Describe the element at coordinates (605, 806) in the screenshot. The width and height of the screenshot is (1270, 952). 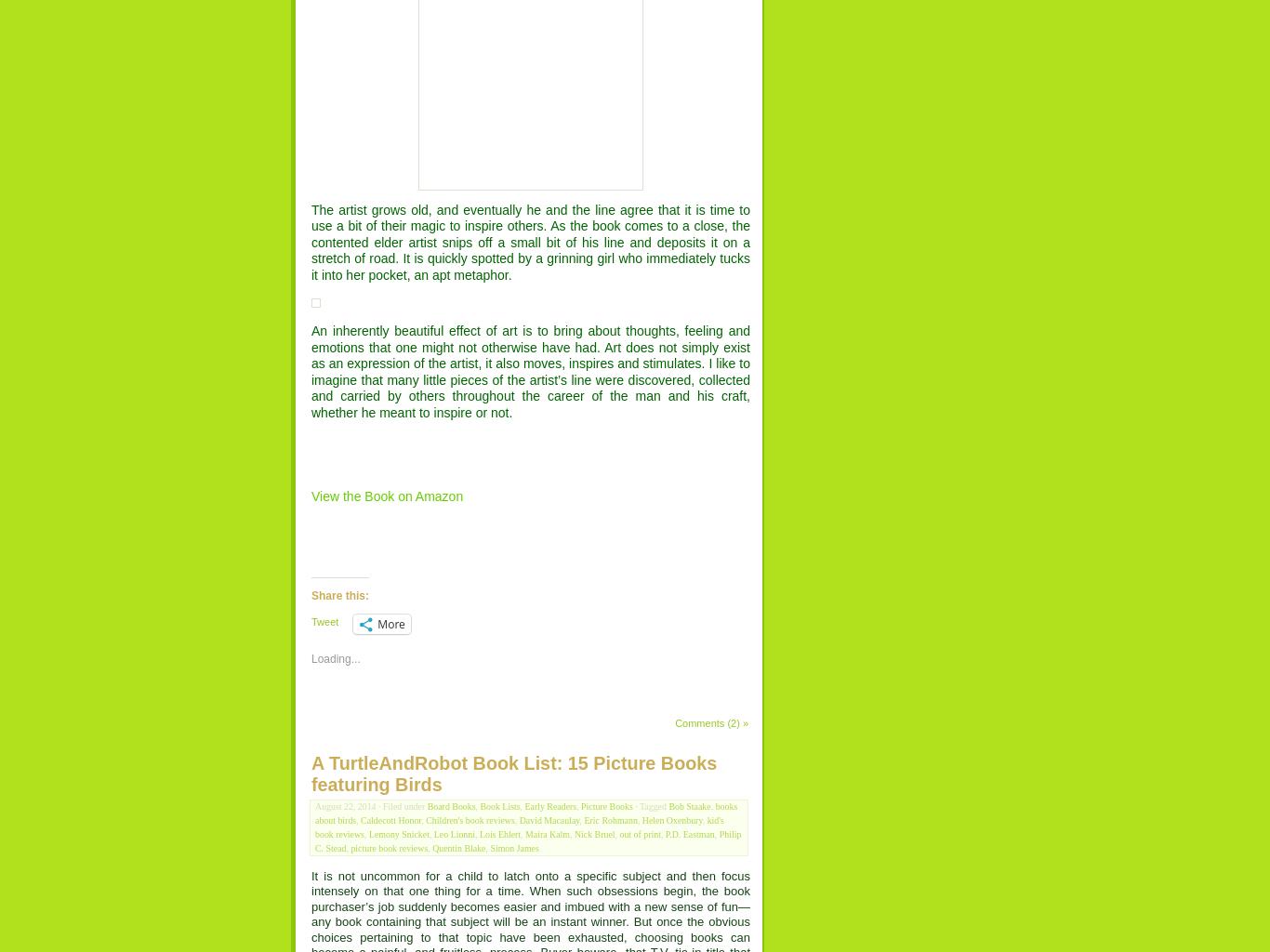
I see `'Picture Books'` at that location.